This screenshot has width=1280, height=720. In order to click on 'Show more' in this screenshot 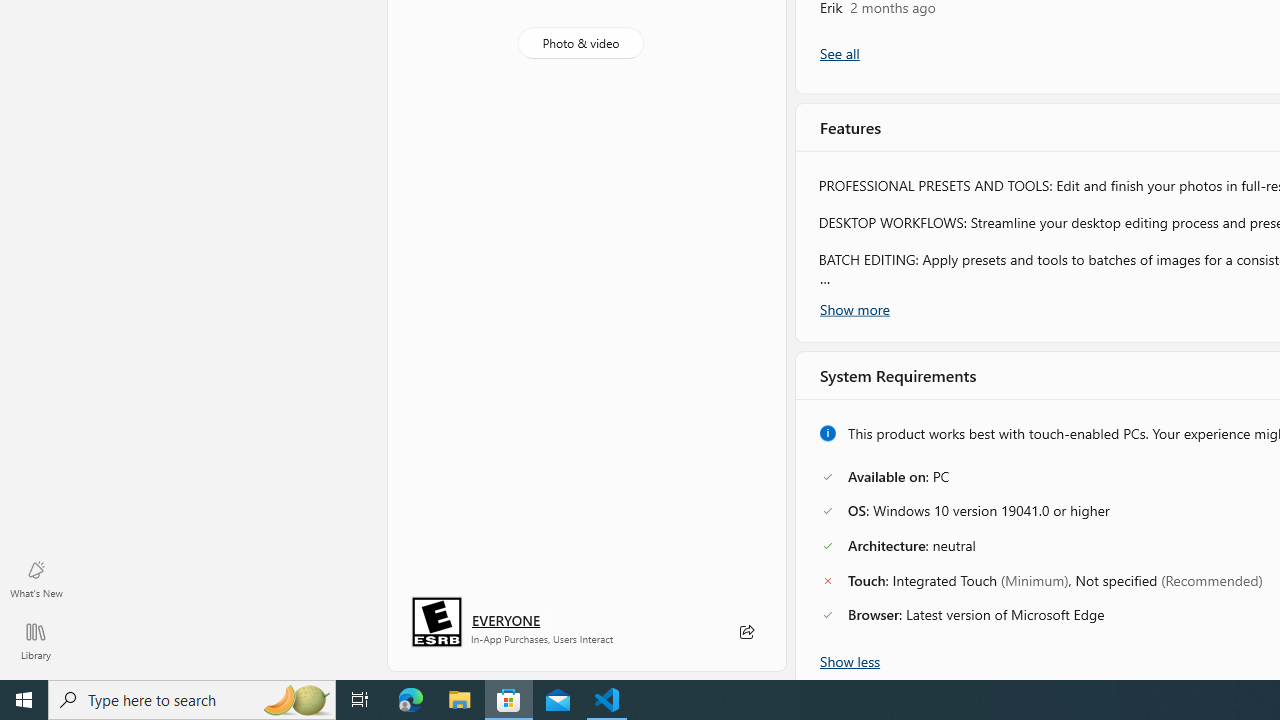, I will do `click(855, 307)`.